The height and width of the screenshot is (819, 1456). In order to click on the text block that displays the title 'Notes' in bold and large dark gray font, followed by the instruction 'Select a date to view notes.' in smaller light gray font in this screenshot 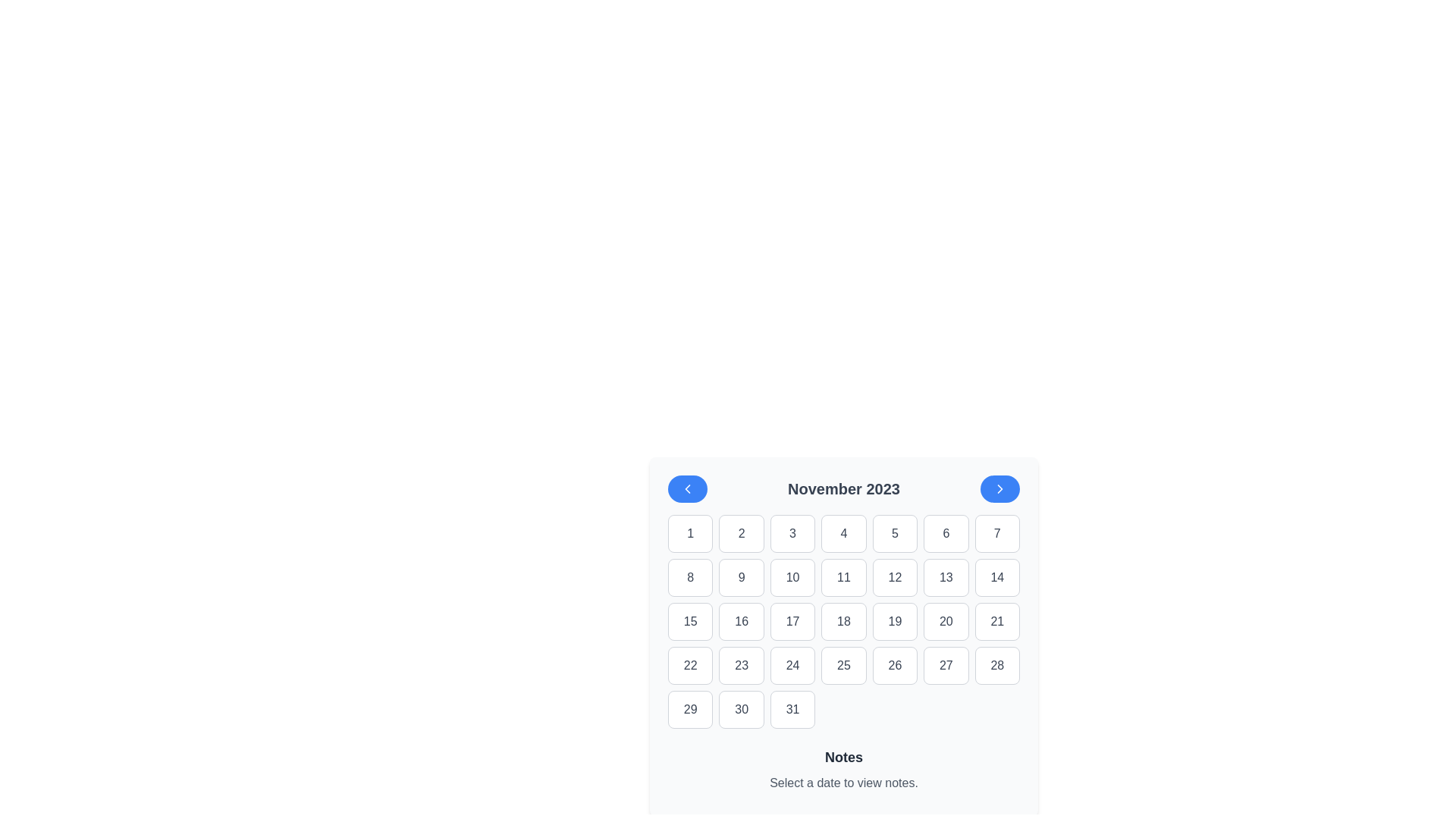, I will do `click(843, 772)`.